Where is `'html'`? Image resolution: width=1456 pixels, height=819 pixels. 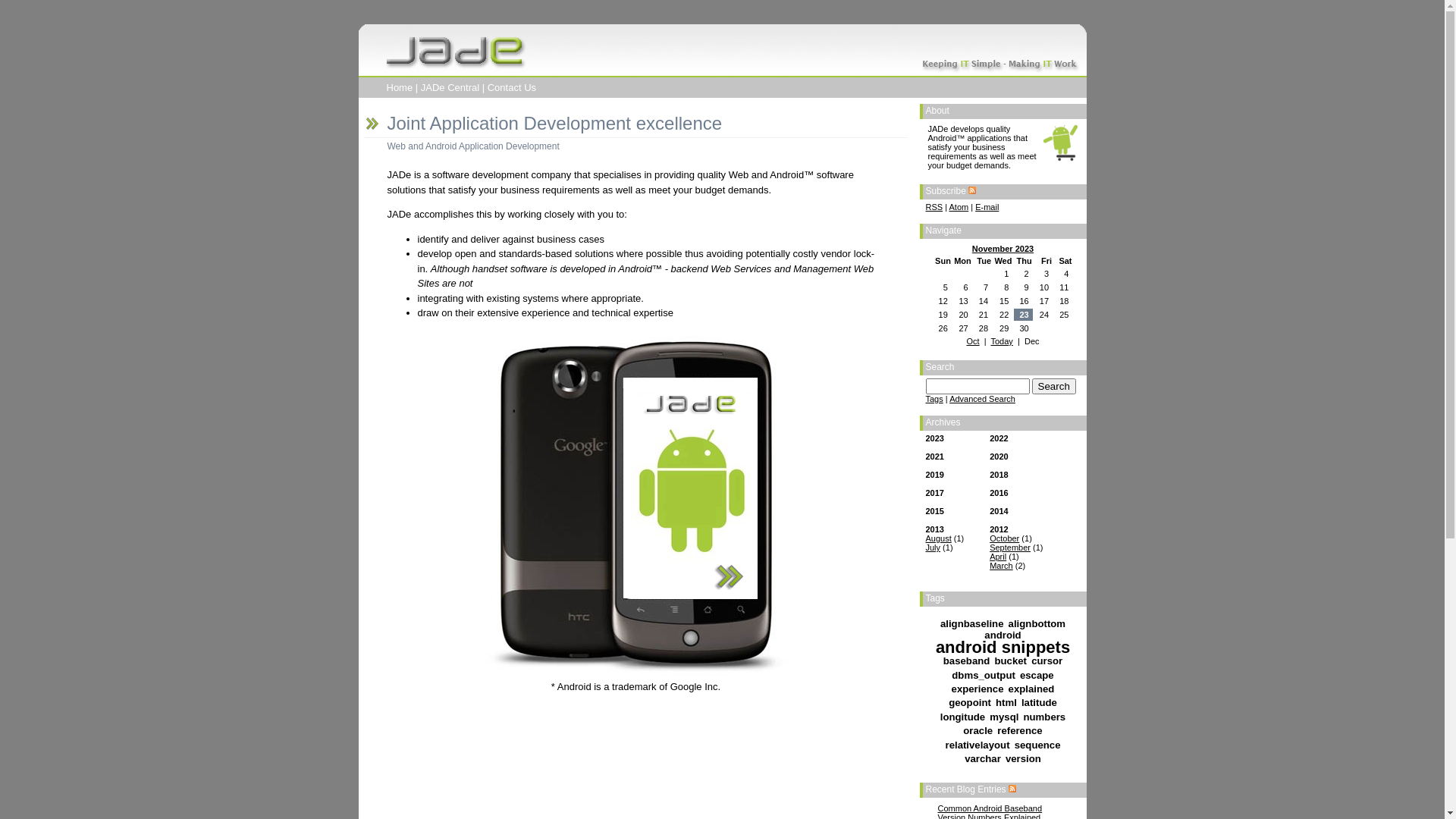
'html' is located at coordinates (1006, 702).